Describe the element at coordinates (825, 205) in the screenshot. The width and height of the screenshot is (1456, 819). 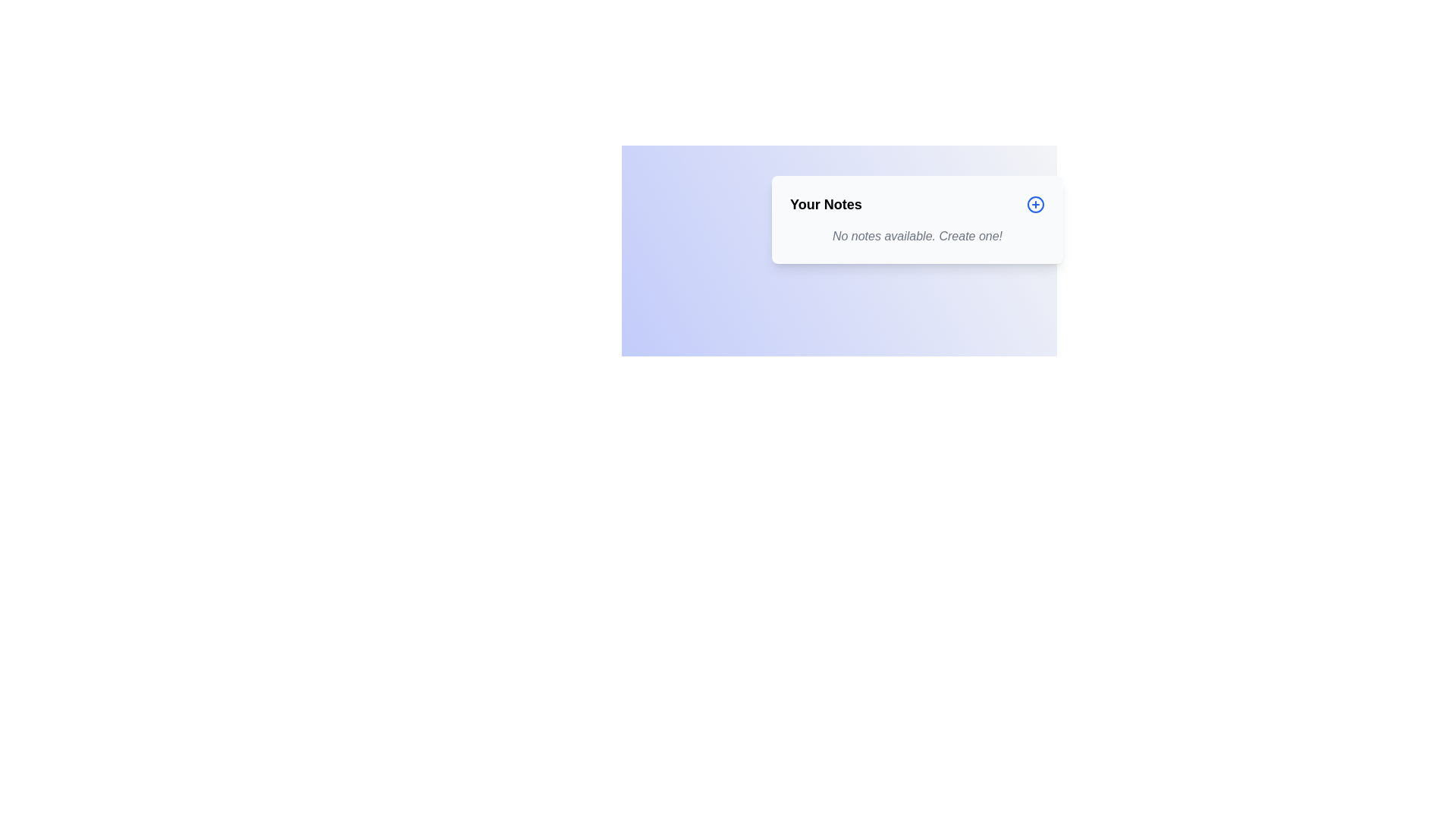
I see `the header text element positioned at the top-left corner of the main content box, which serves as a title for the section` at that location.